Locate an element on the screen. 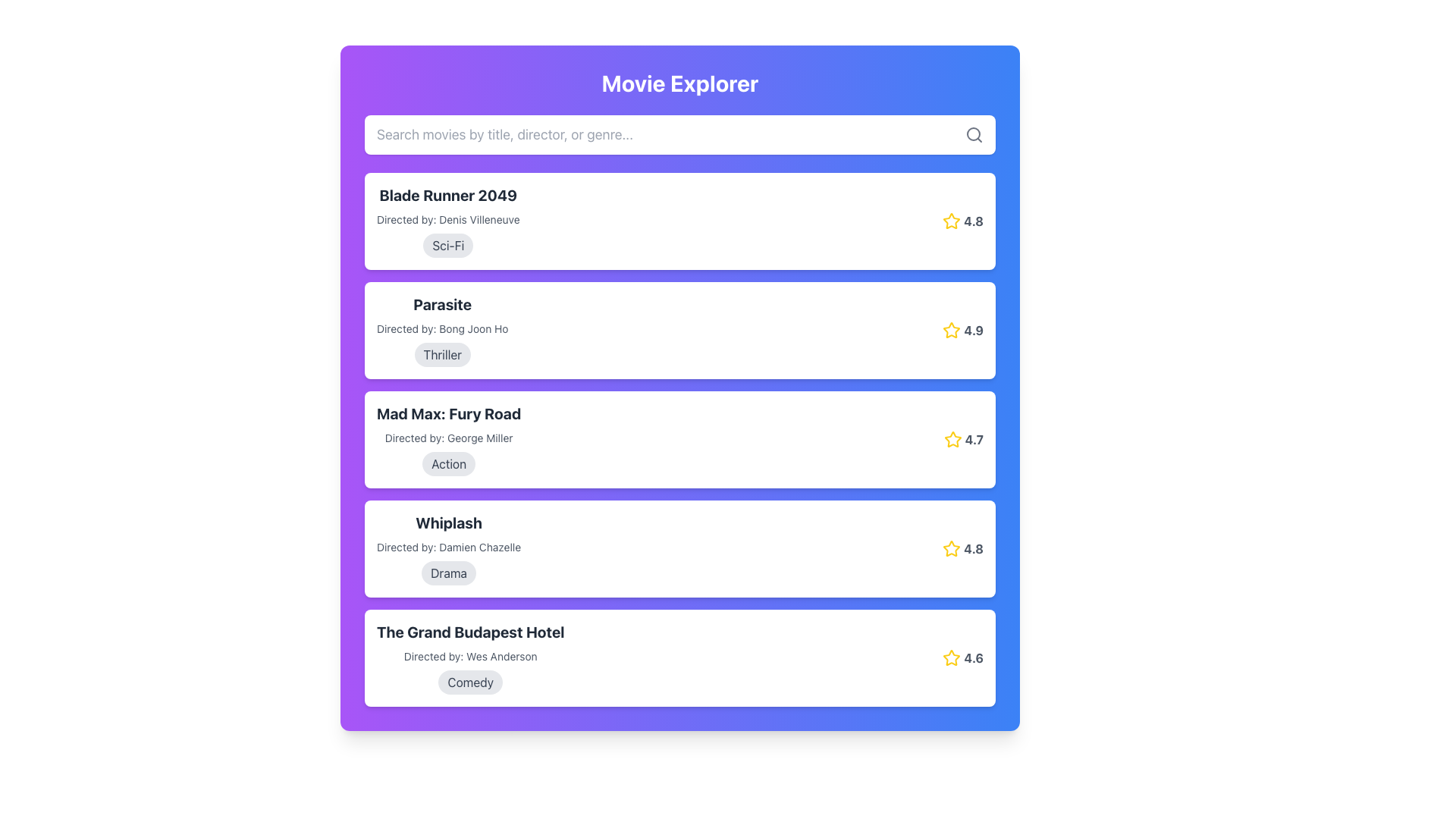 The width and height of the screenshot is (1456, 819). the yellow star icon located to the left of the numeric rating '4.6' in the bottom-most item of the listing is located at coordinates (951, 657).